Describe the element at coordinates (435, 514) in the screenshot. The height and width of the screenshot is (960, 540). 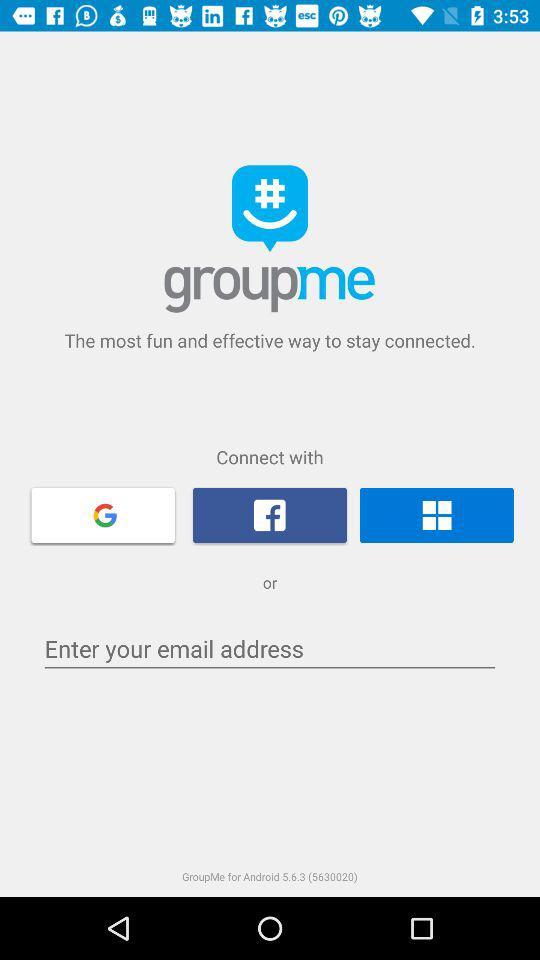
I see `connect to windows session` at that location.